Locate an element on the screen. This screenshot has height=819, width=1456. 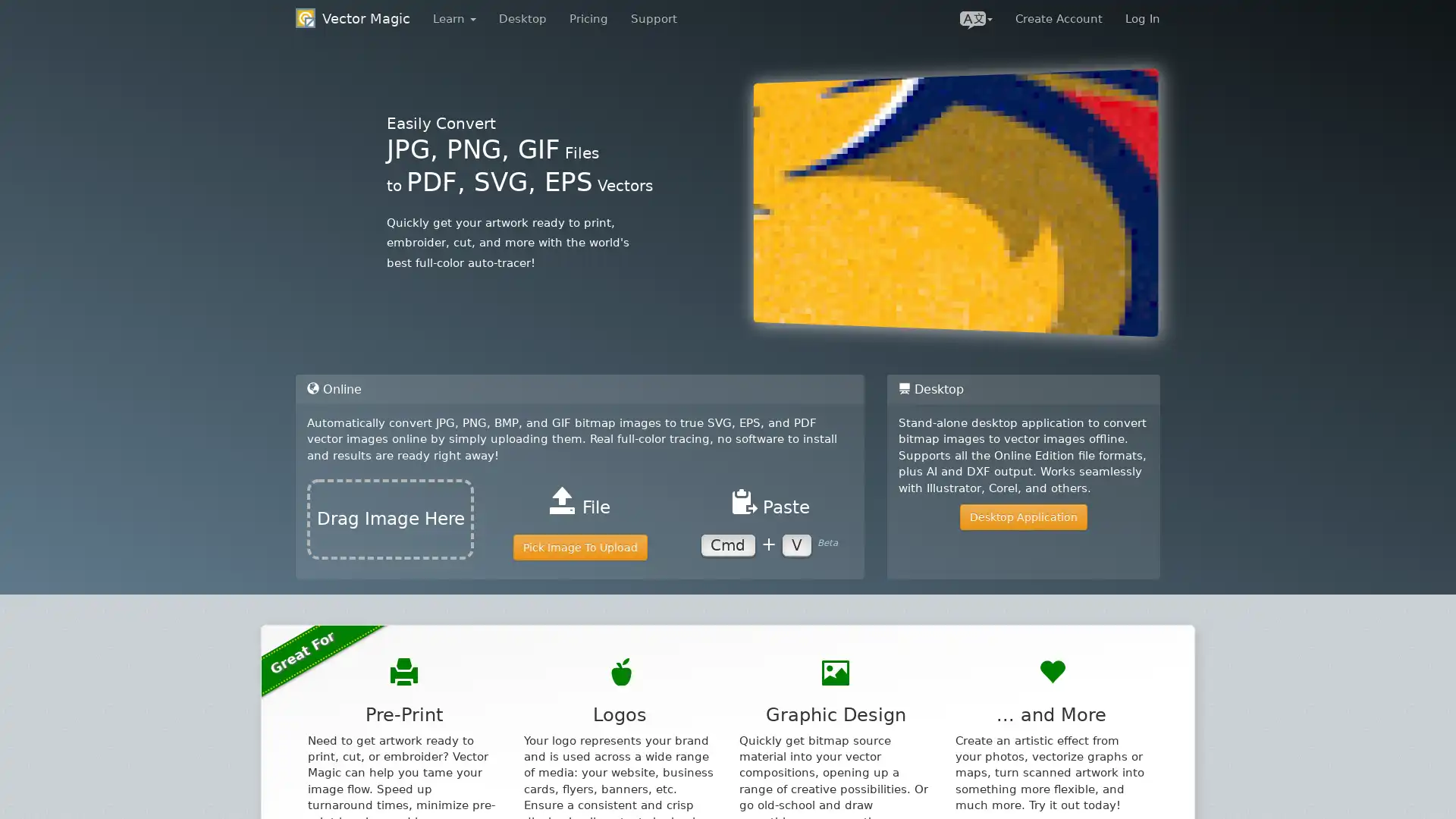
Pick Image To Upload is located at coordinates (579, 547).